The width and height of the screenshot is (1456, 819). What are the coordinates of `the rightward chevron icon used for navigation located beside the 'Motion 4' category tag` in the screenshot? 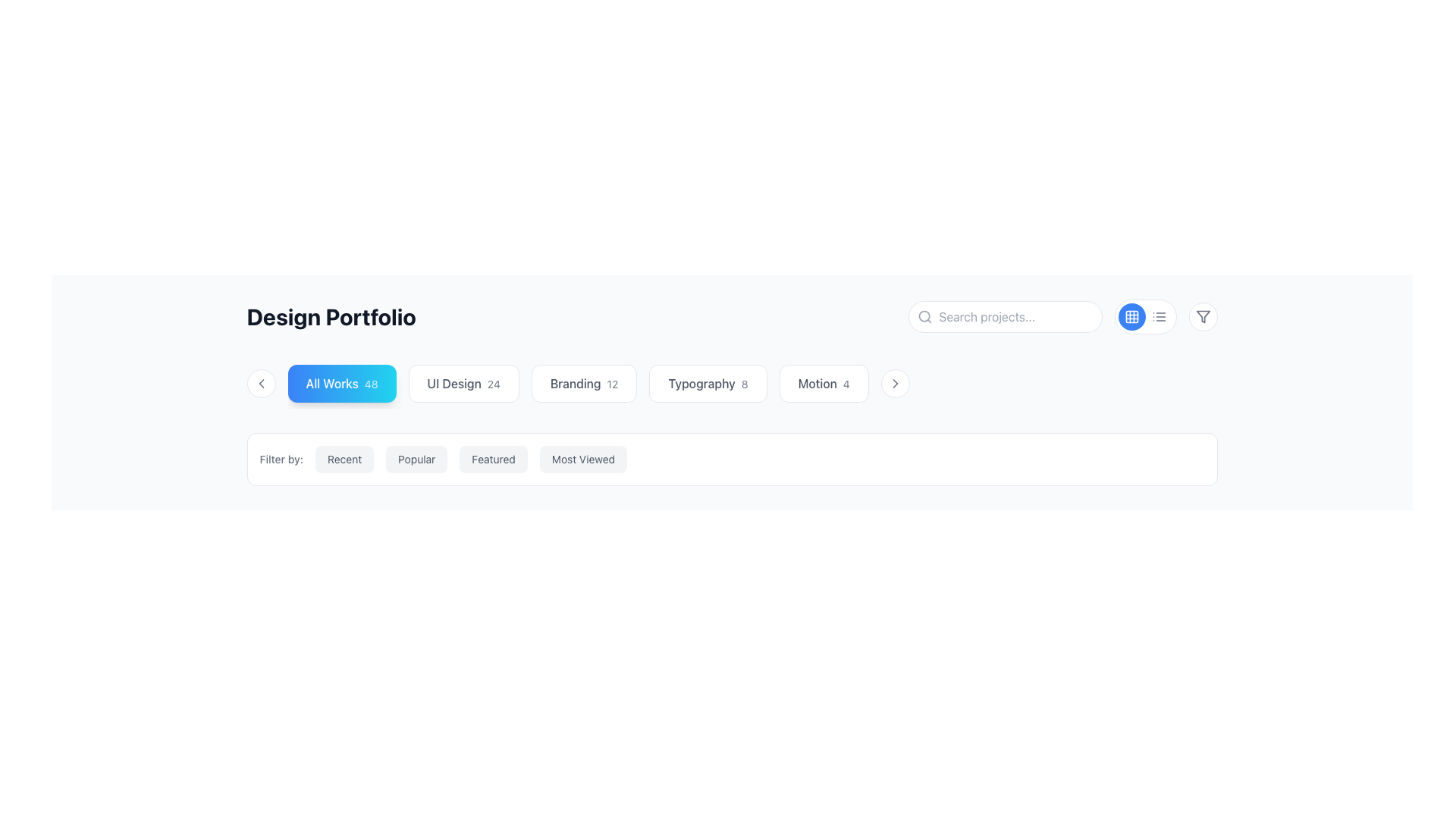 It's located at (895, 382).